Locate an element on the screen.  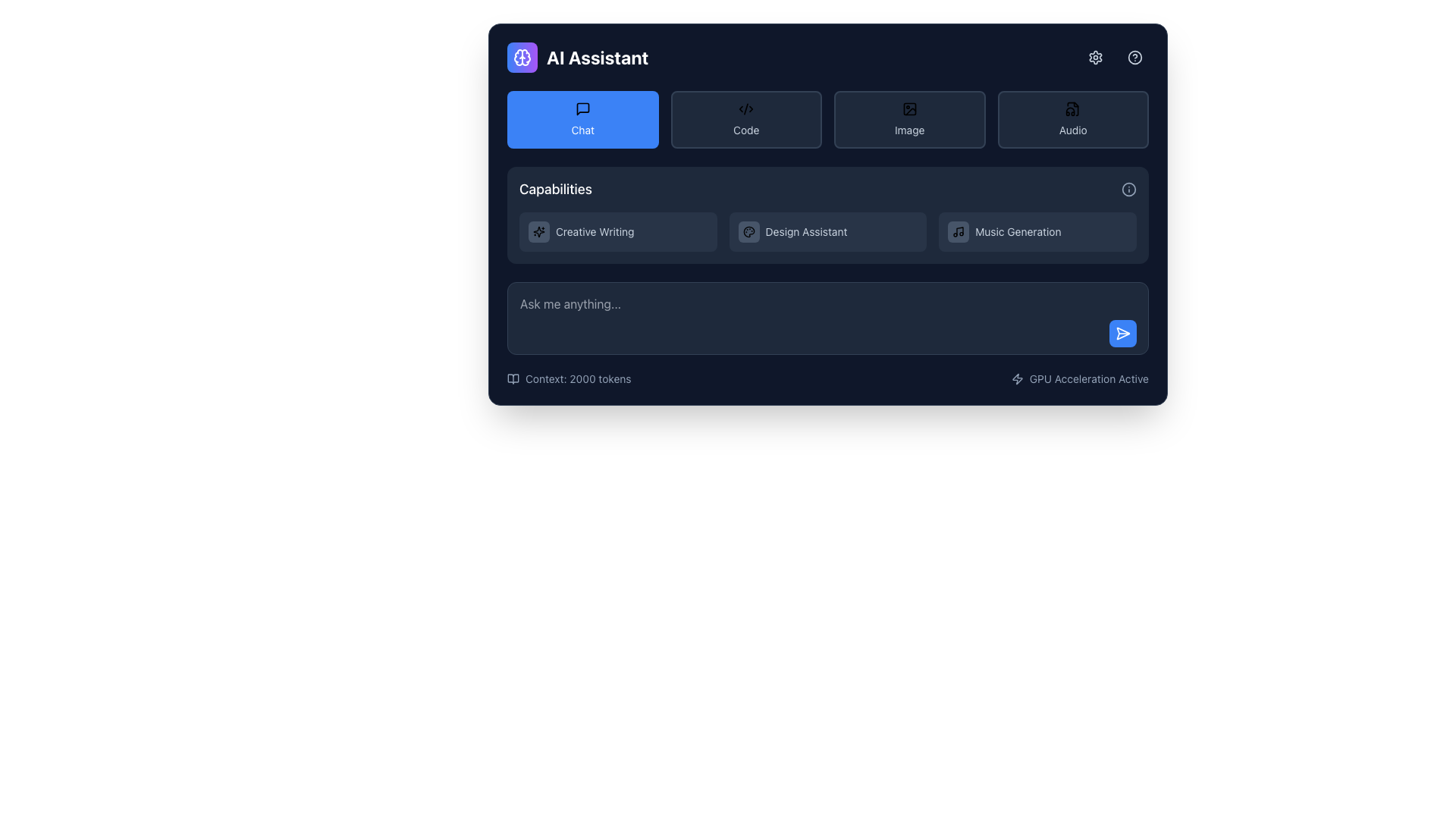
the audio-related features button, which is the fourth option in the grid located in the top-right section of the interface is located at coordinates (1072, 119).